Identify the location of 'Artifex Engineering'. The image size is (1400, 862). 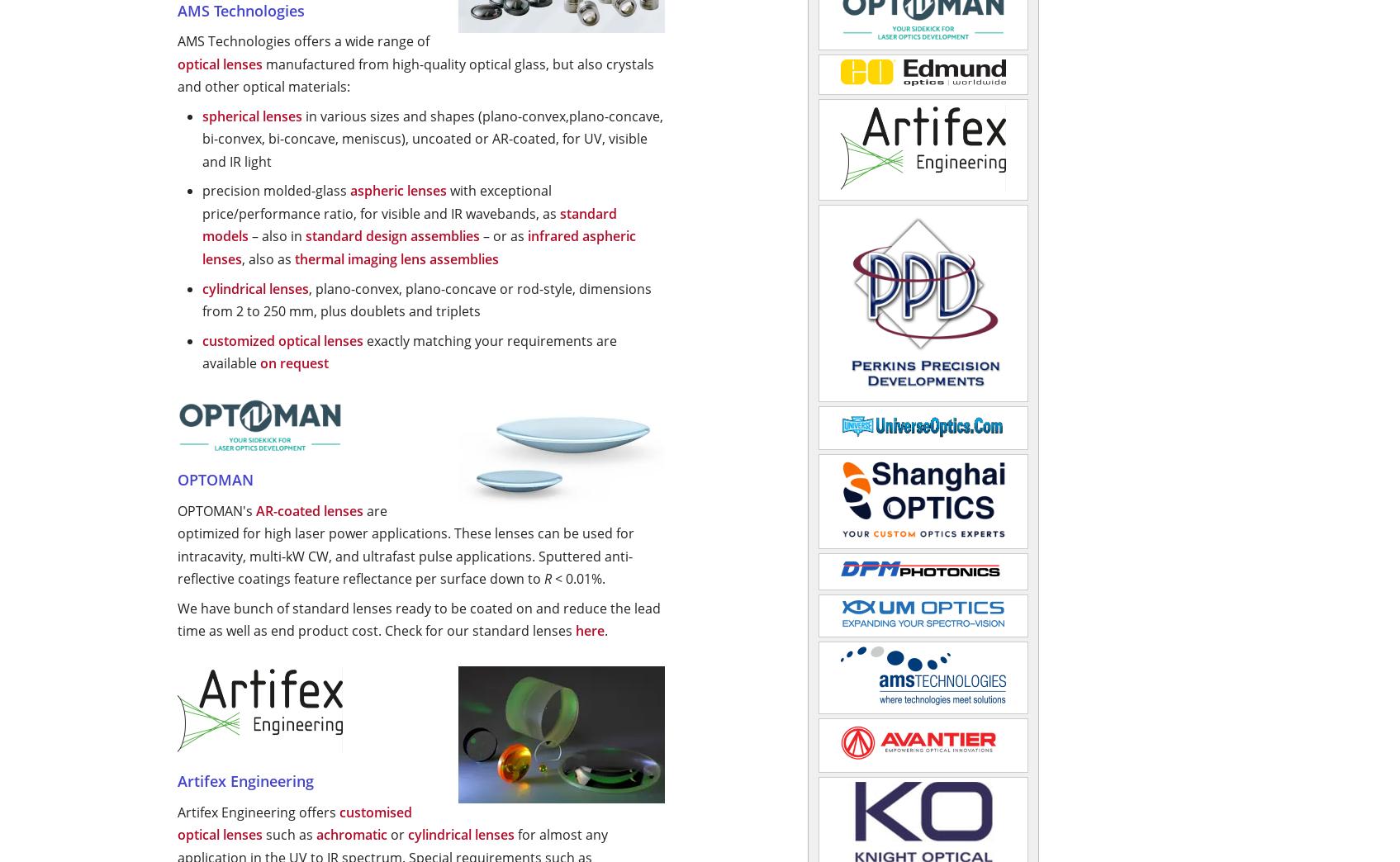
(245, 779).